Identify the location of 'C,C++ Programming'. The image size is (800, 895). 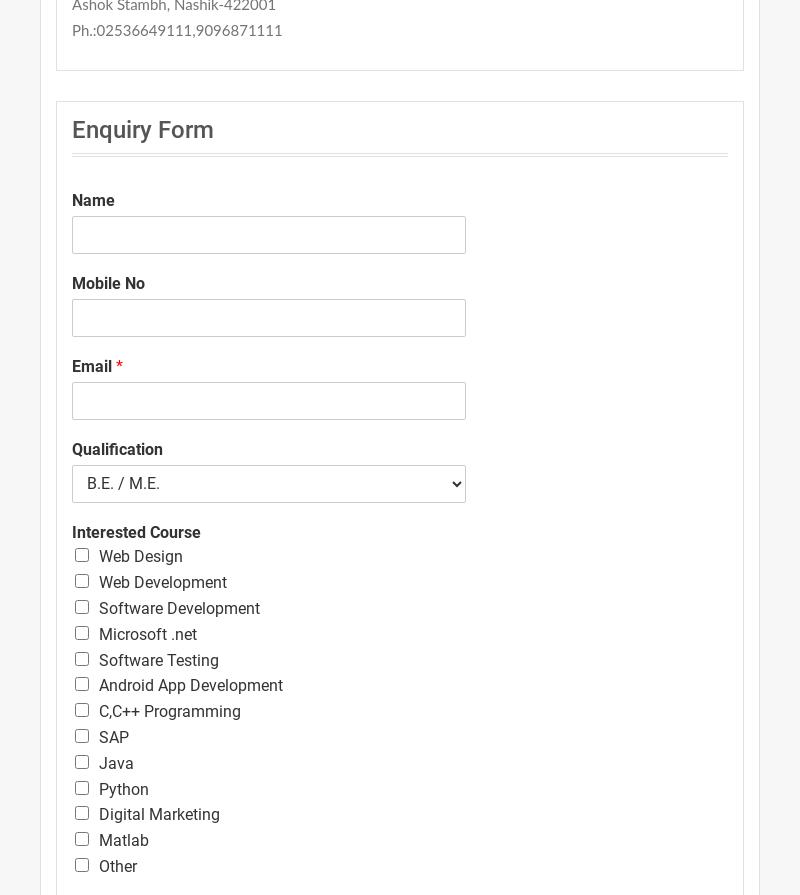
(98, 710).